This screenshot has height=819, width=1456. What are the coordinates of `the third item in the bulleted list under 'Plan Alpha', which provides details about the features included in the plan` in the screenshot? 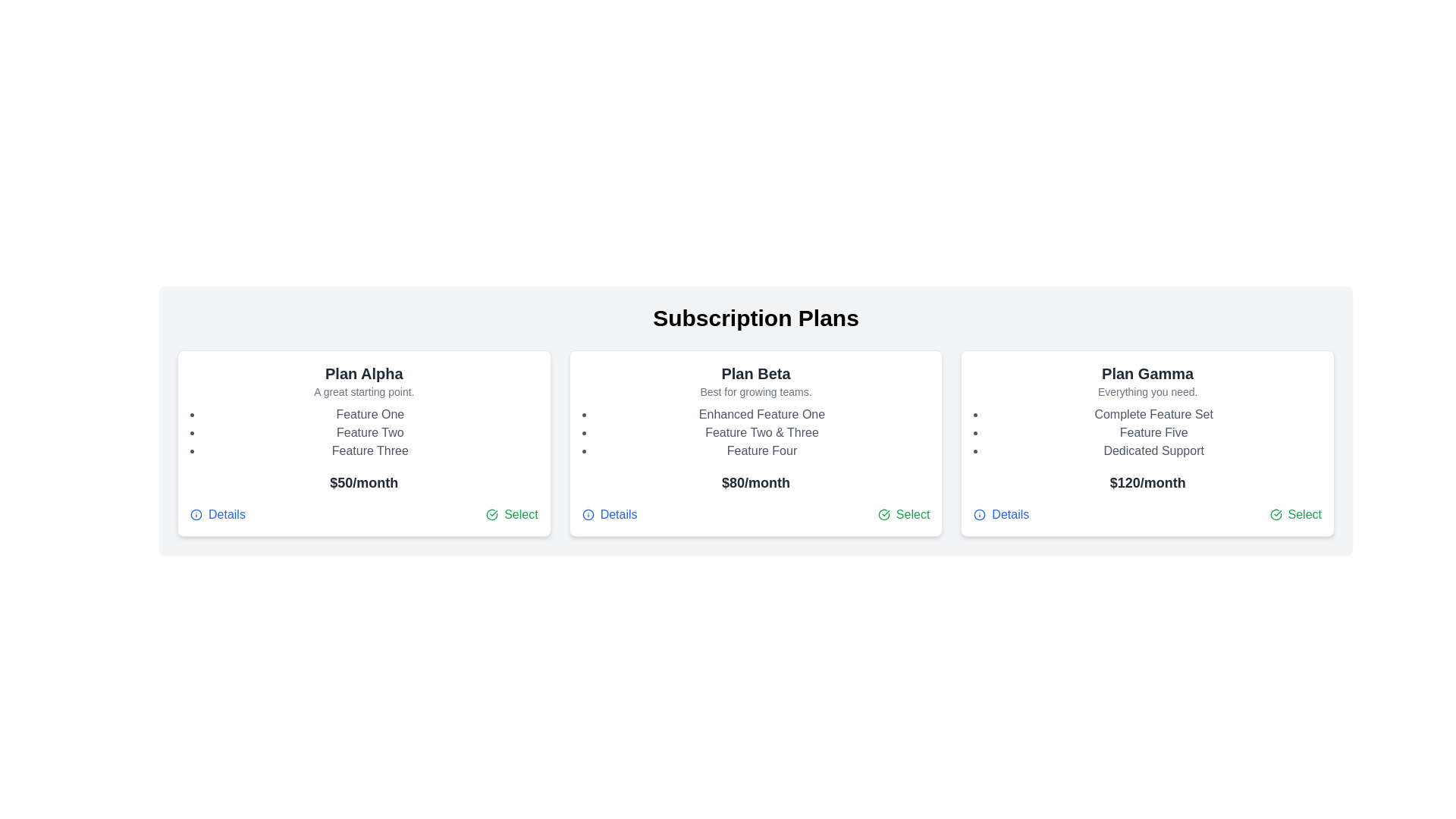 It's located at (370, 450).